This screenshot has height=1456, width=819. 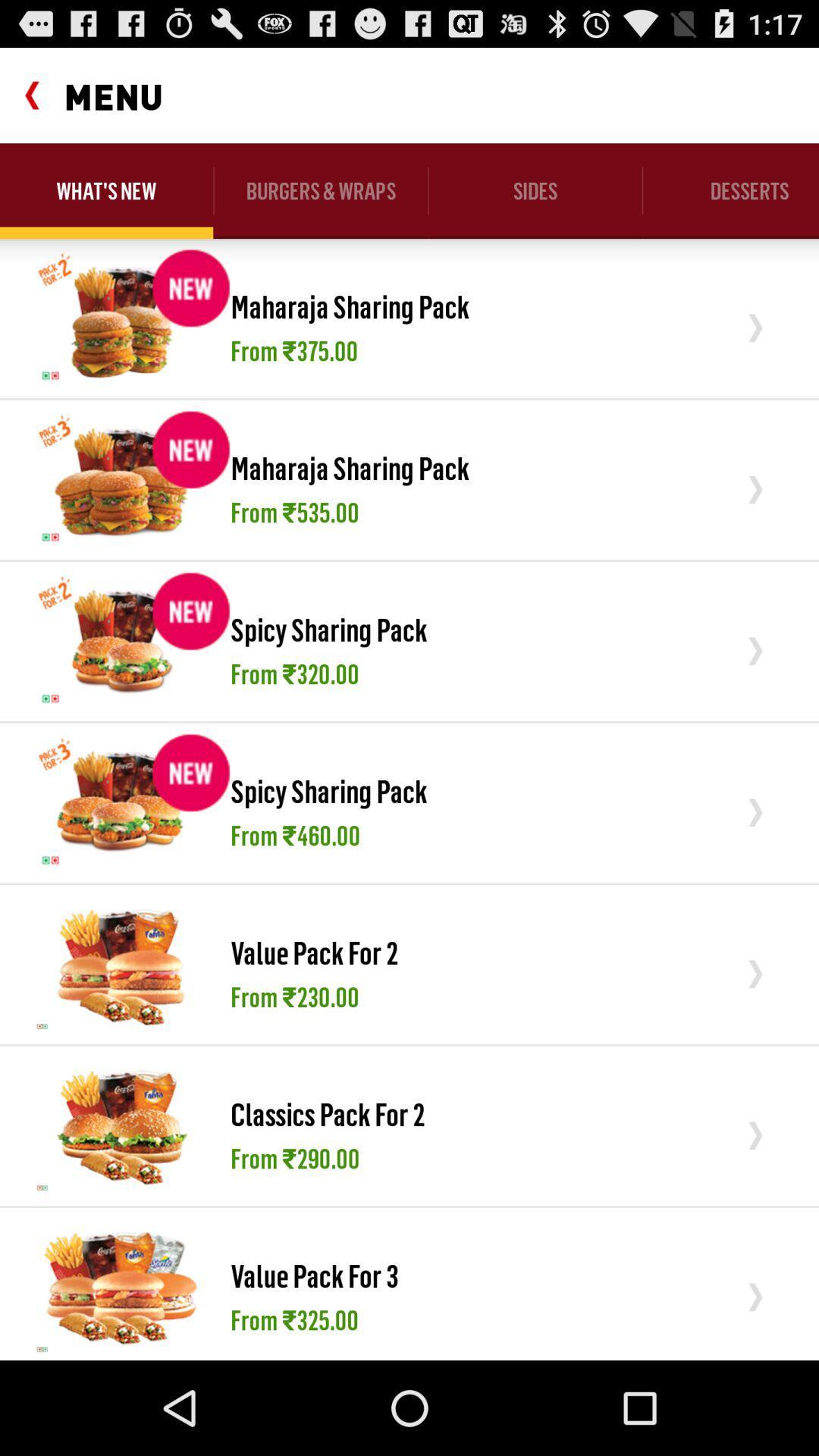 I want to click on icon next to the maharaja sharing pack, so click(x=121, y=479).